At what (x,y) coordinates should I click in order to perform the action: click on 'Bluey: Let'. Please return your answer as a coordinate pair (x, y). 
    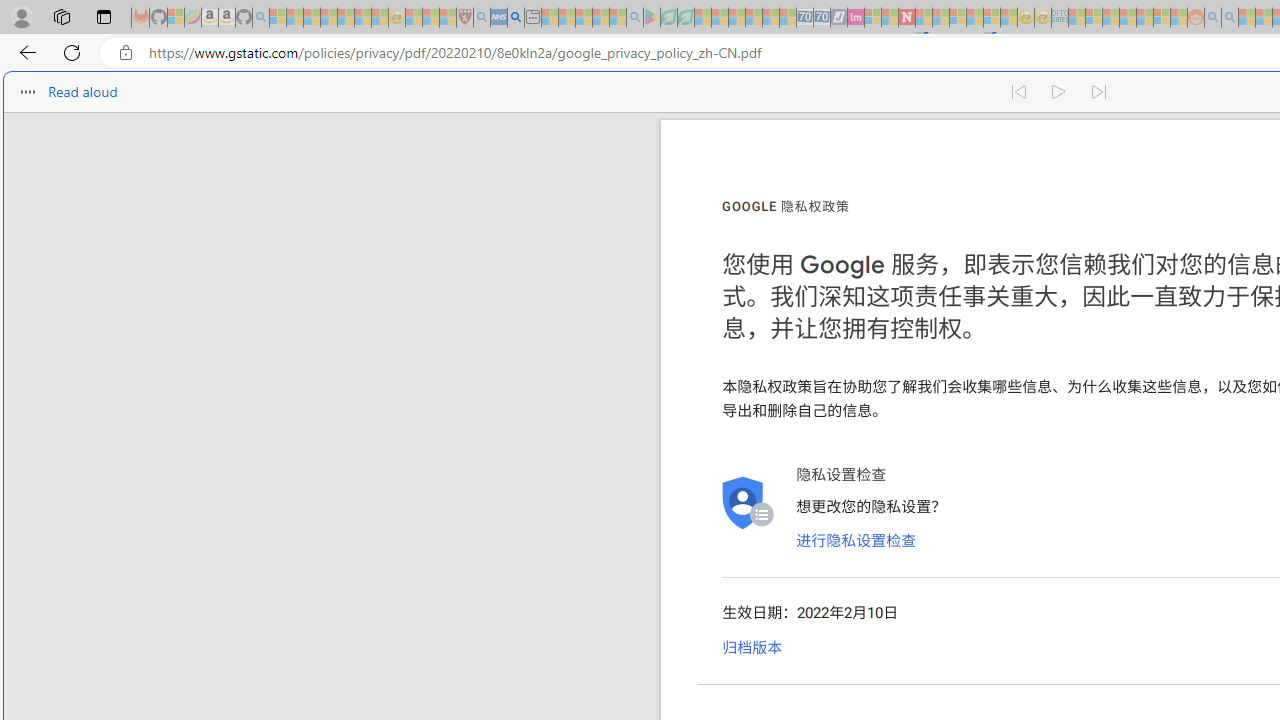
    Looking at the image, I should click on (652, 17).